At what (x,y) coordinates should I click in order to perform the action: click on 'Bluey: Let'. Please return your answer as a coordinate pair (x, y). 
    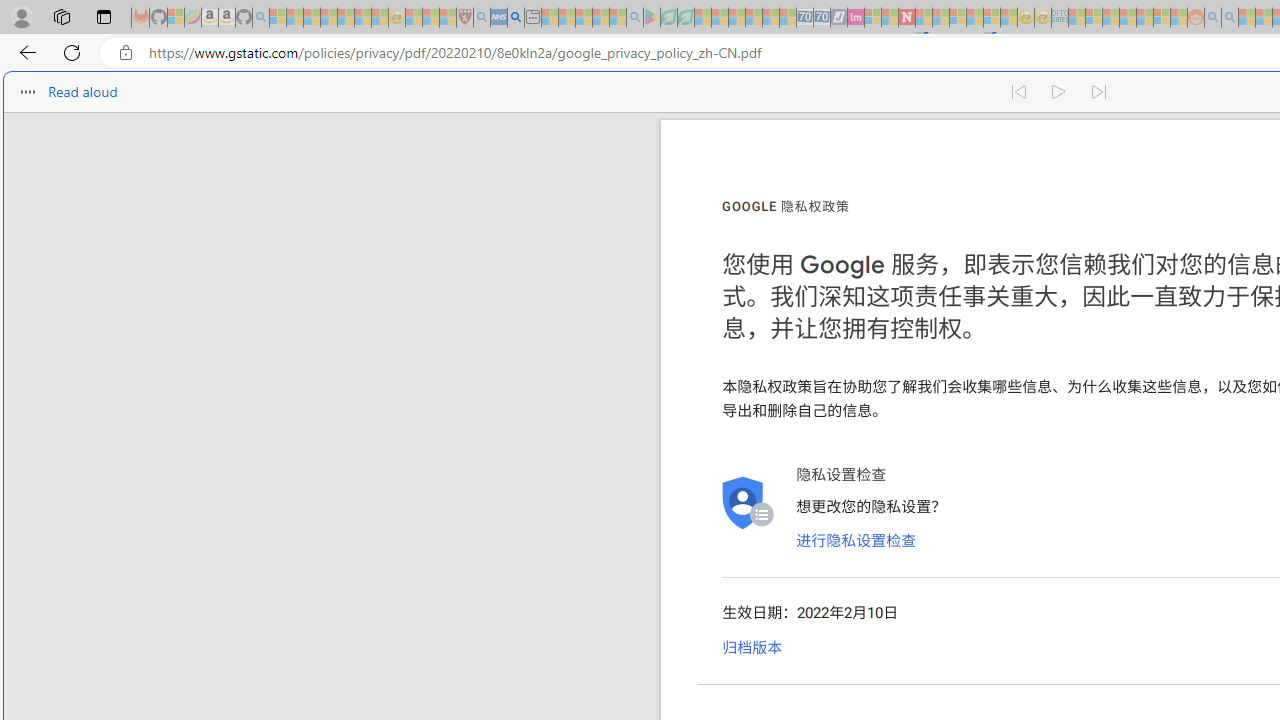
    Looking at the image, I should click on (652, 17).